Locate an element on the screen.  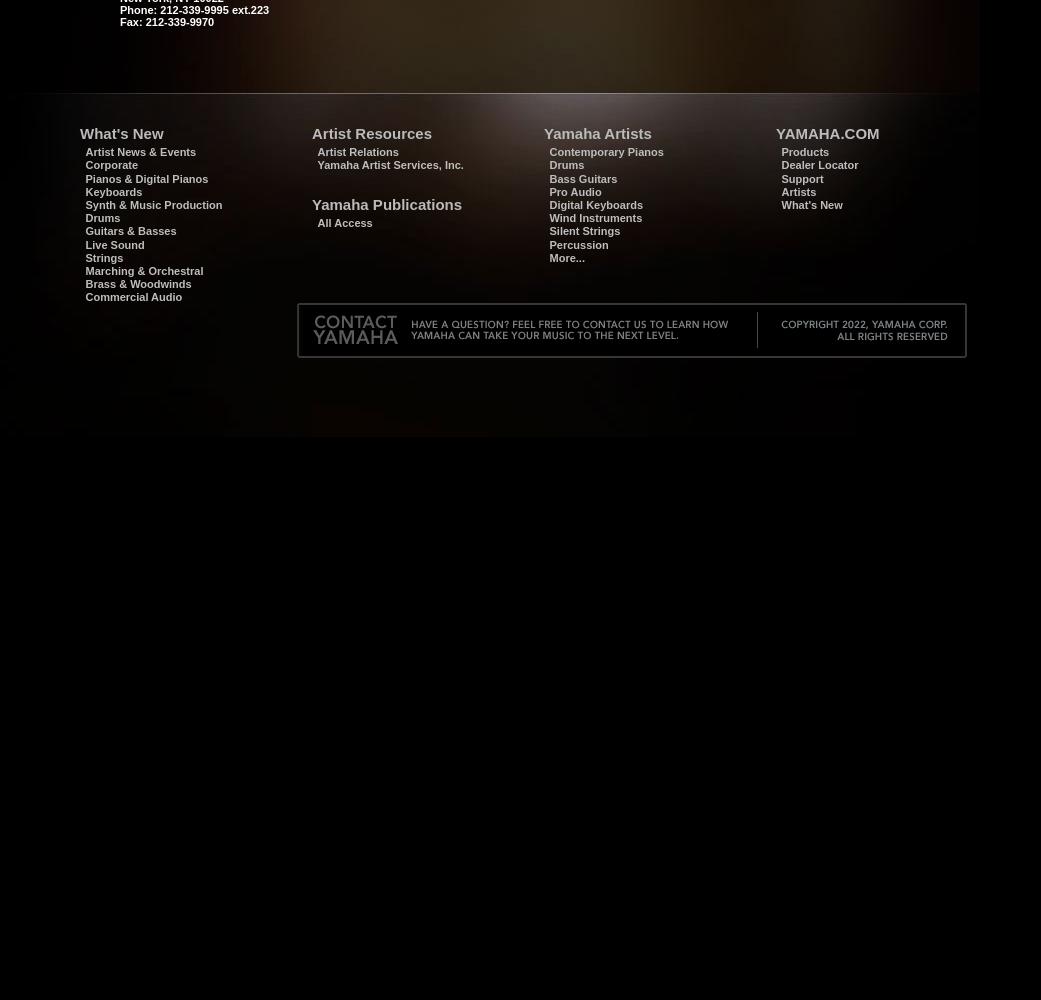
'Digital Keyboards' is located at coordinates (595, 203).